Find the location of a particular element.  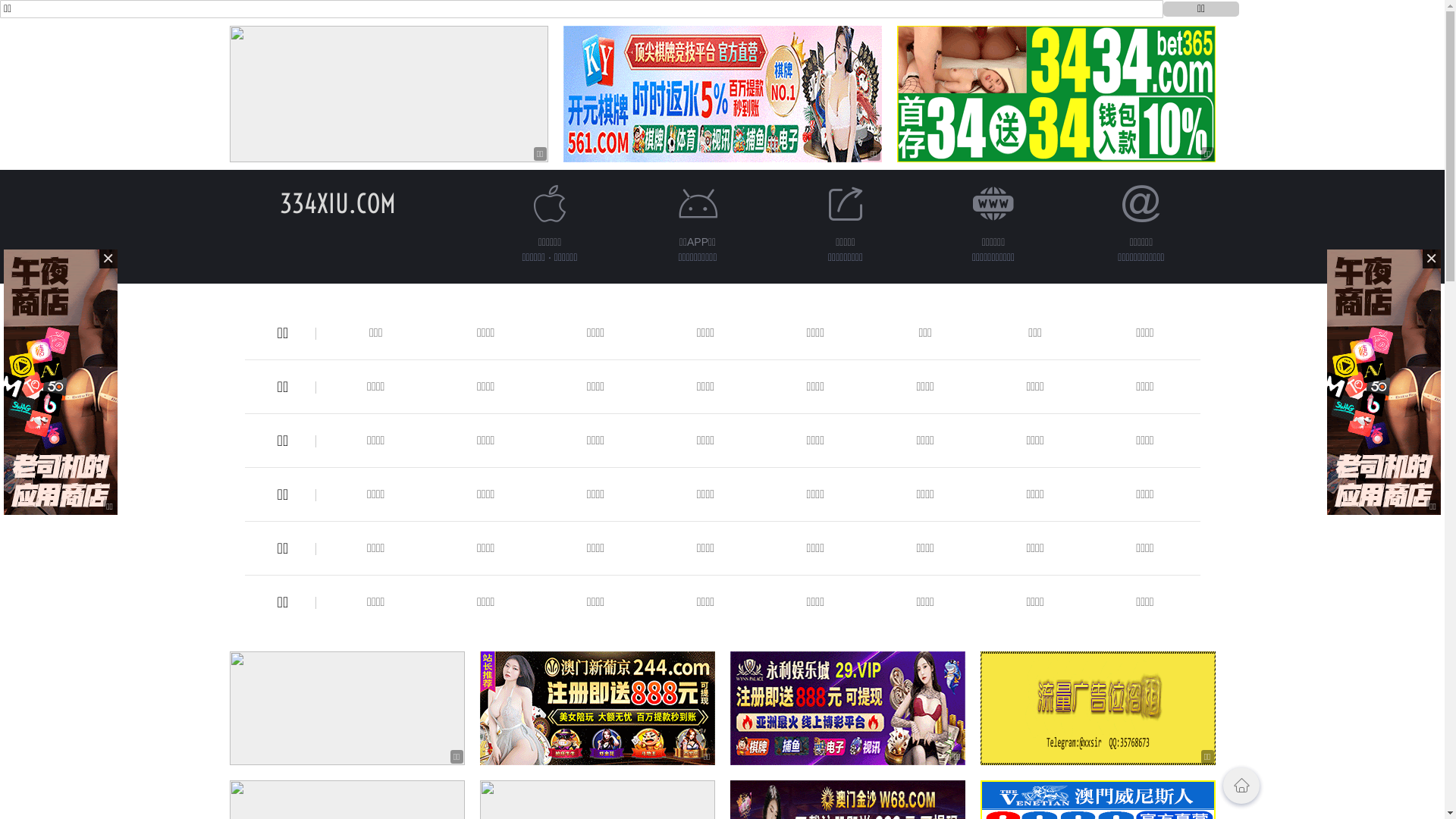

'334XIU.COM' is located at coordinates (337, 202).